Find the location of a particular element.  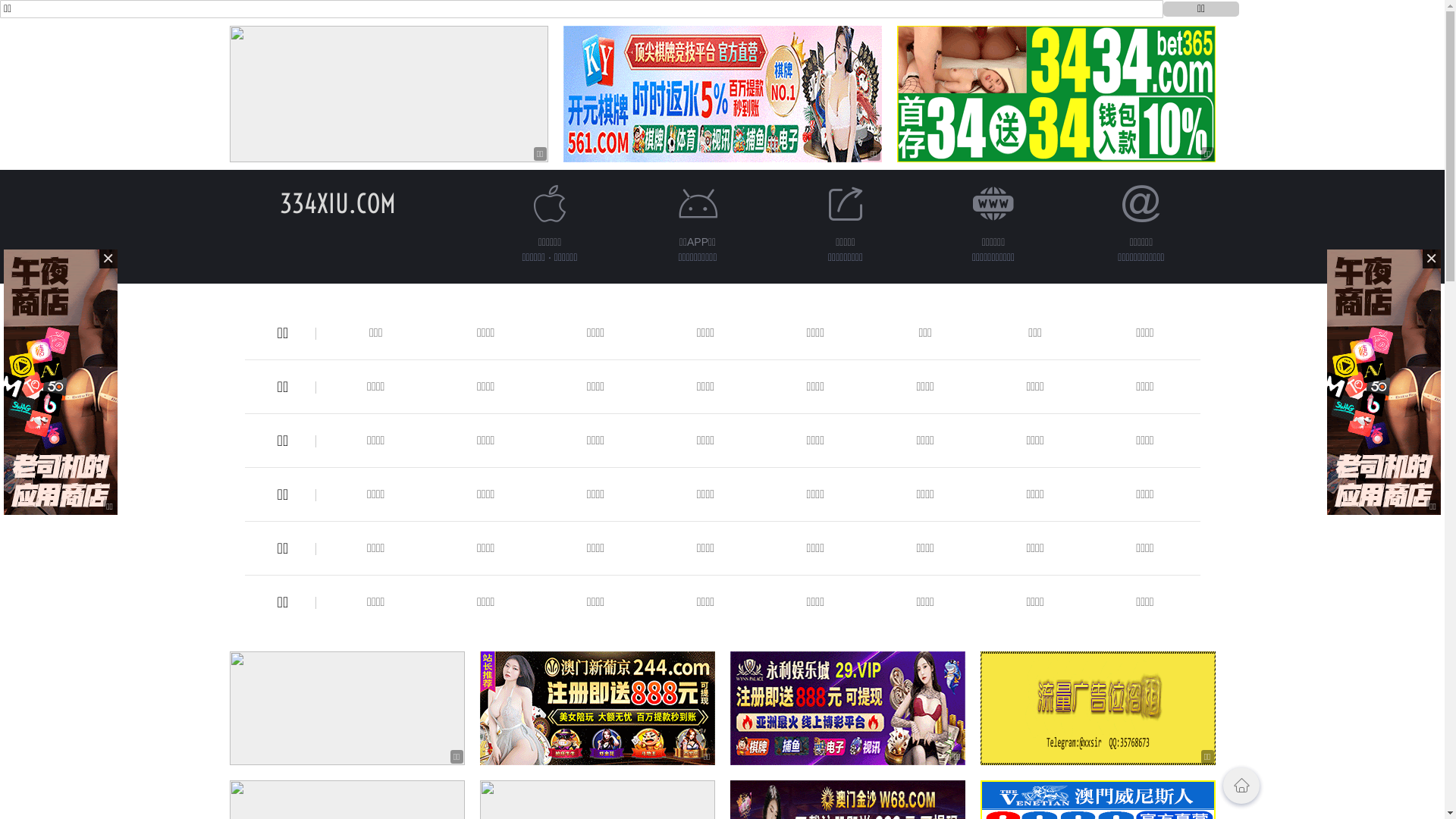

'334XIU.COM' is located at coordinates (337, 202).